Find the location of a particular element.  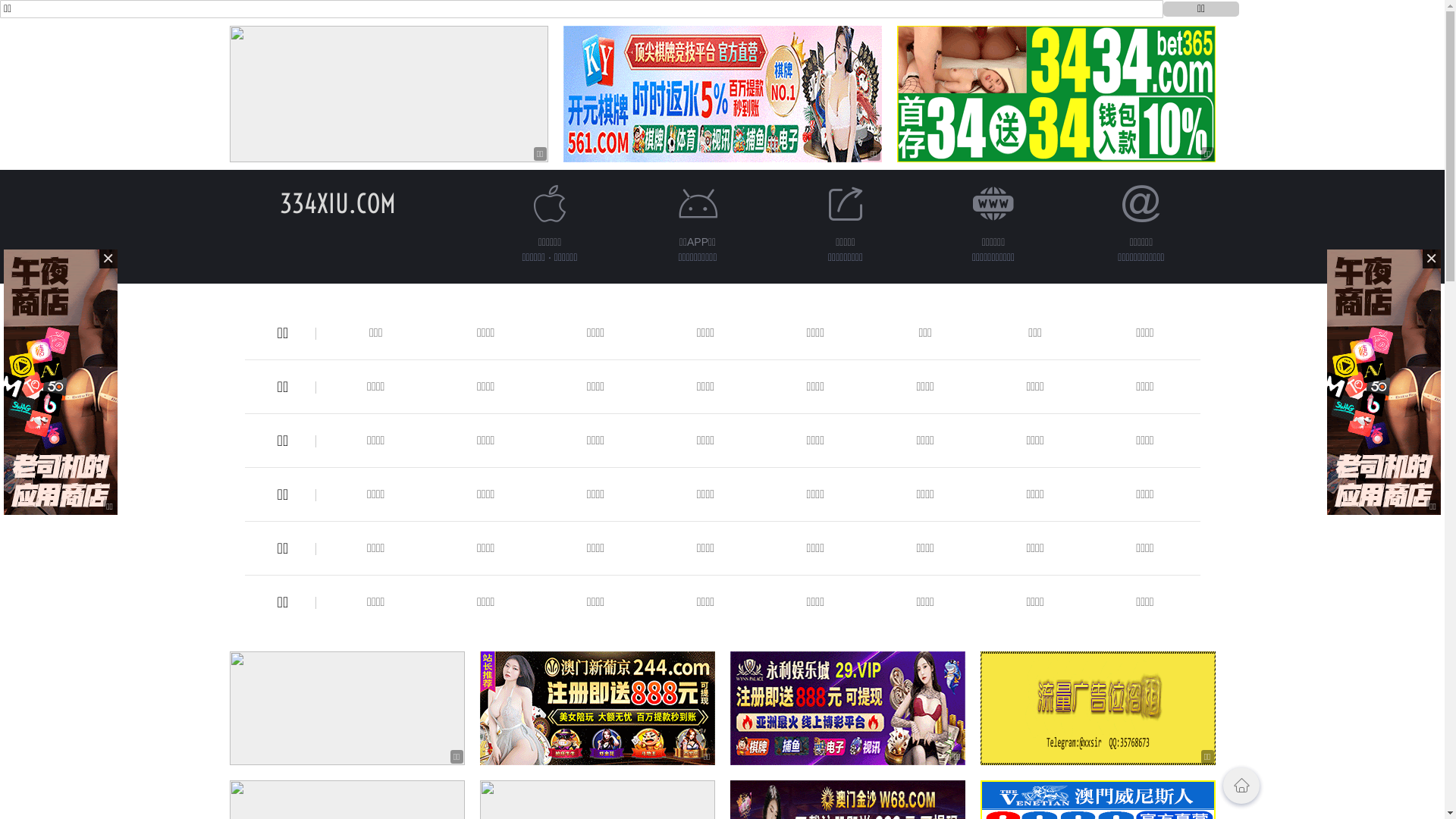

'334XIU.COM' is located at coordinates (337, 202).